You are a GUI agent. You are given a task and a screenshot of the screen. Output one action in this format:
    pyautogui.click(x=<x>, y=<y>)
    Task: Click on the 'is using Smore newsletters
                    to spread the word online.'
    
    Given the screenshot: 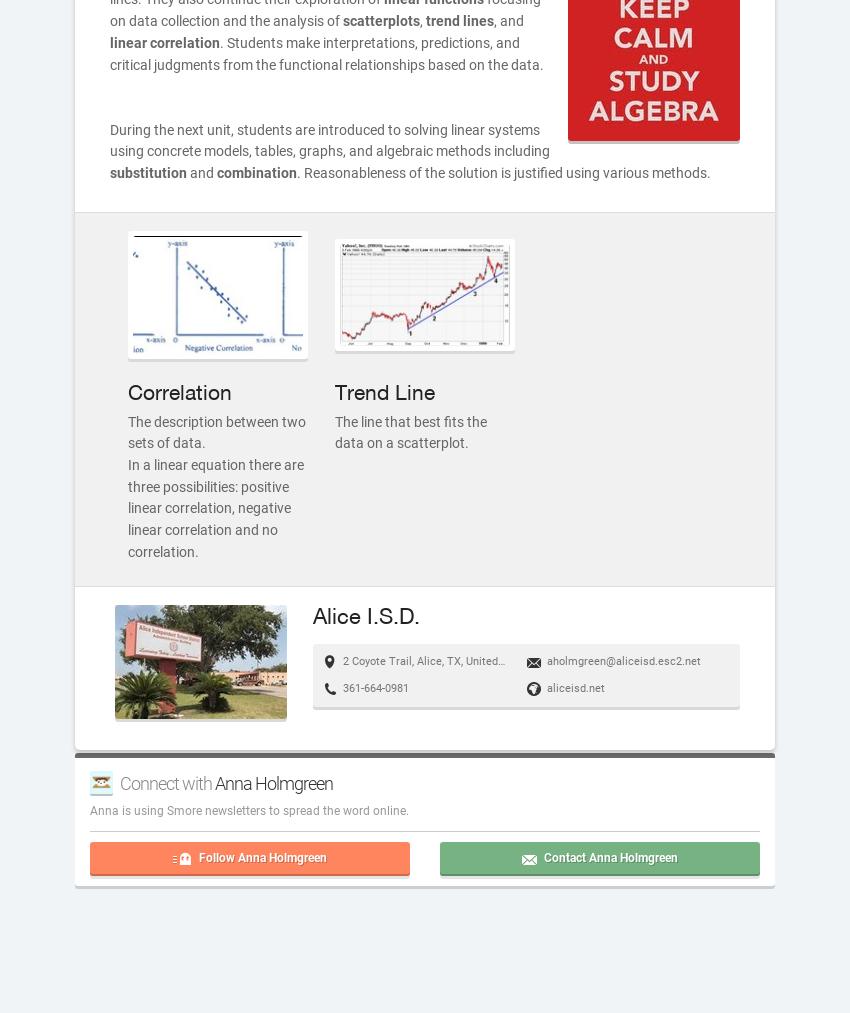 What is the action you would take?
    pyautogui.click(x=263, y=810)
    